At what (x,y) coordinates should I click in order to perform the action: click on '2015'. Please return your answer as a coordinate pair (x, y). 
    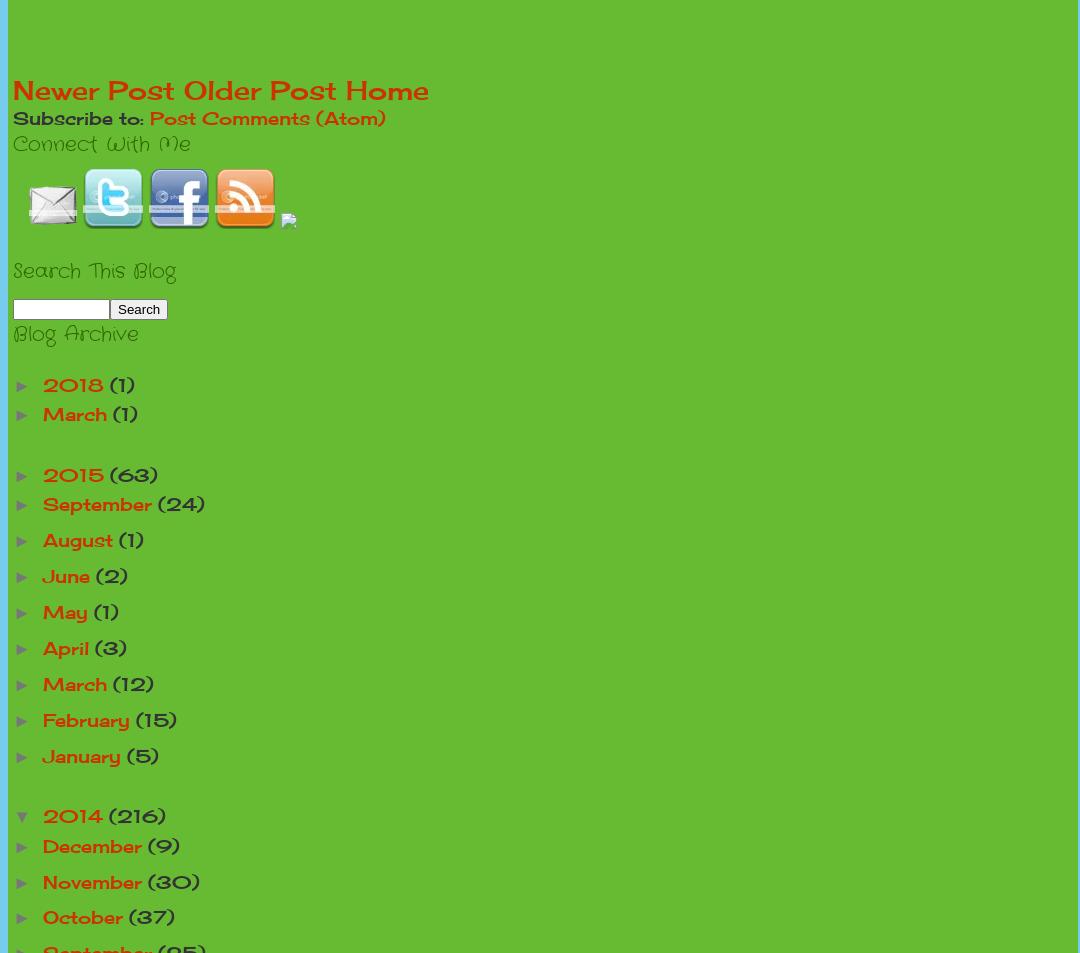
    Looking at the image, I should click on (42, 473).